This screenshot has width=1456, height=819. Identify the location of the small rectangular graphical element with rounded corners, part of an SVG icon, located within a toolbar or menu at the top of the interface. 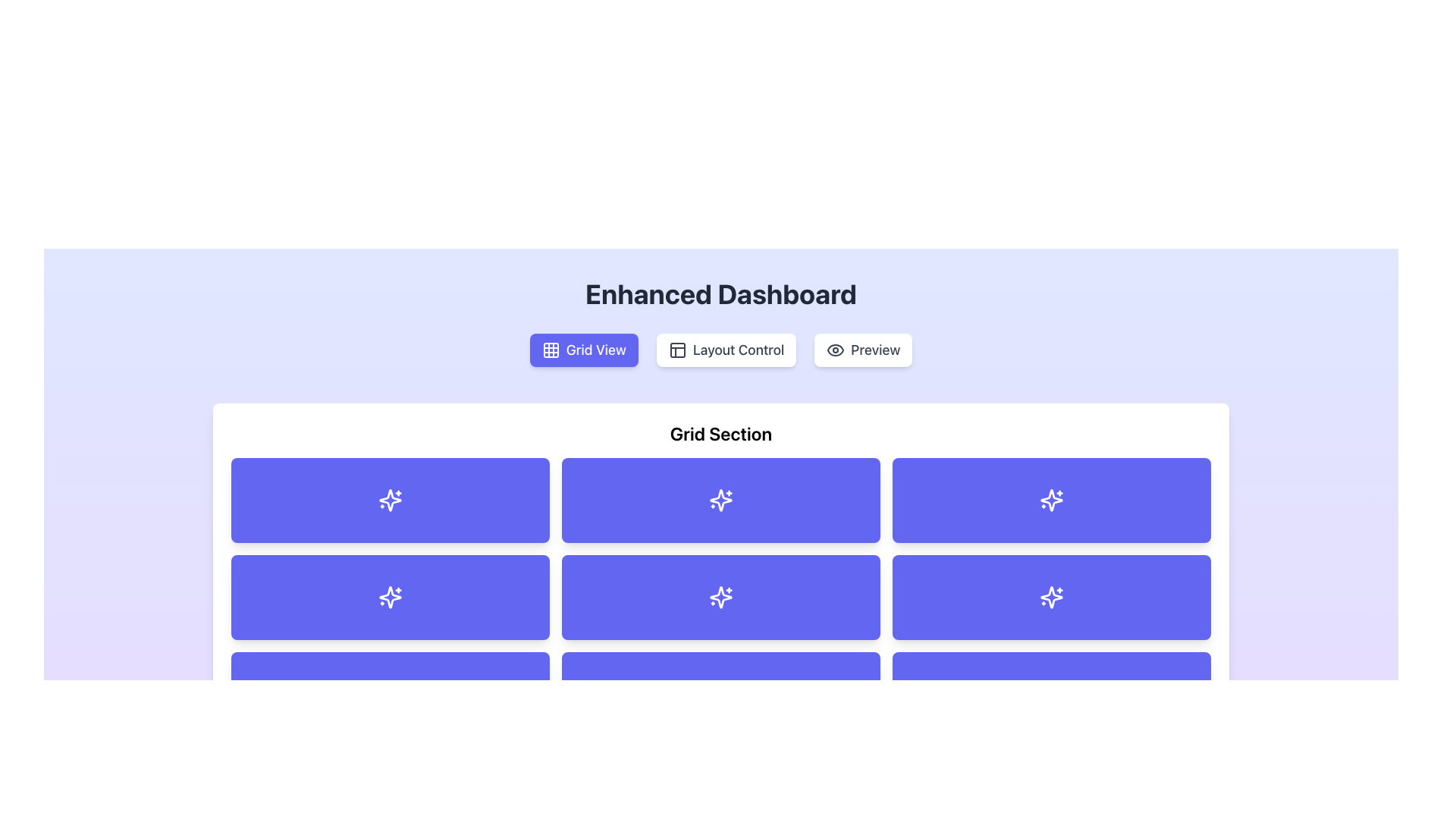
(676, 350).